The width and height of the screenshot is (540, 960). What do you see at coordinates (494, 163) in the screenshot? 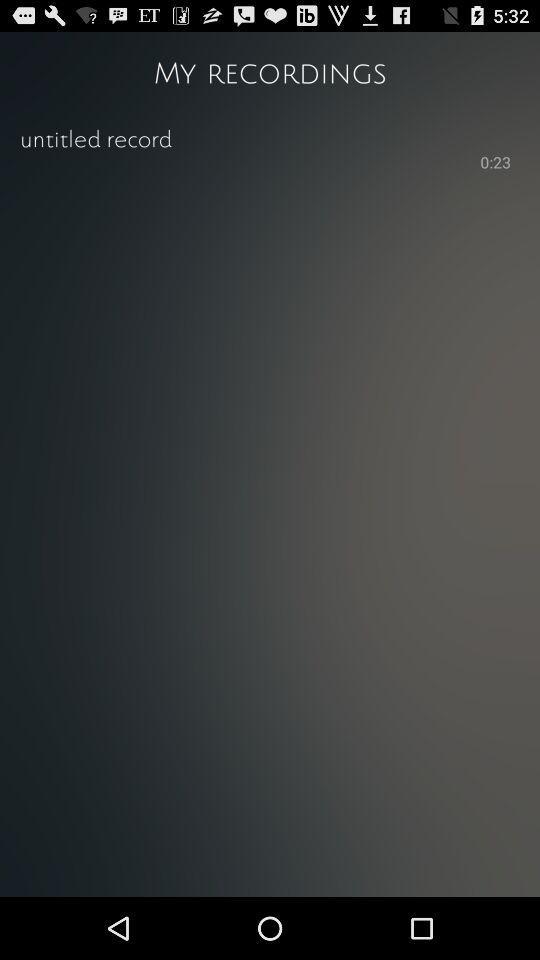
I see `the icon below the untitled record item` at bounding box center [494, 163].